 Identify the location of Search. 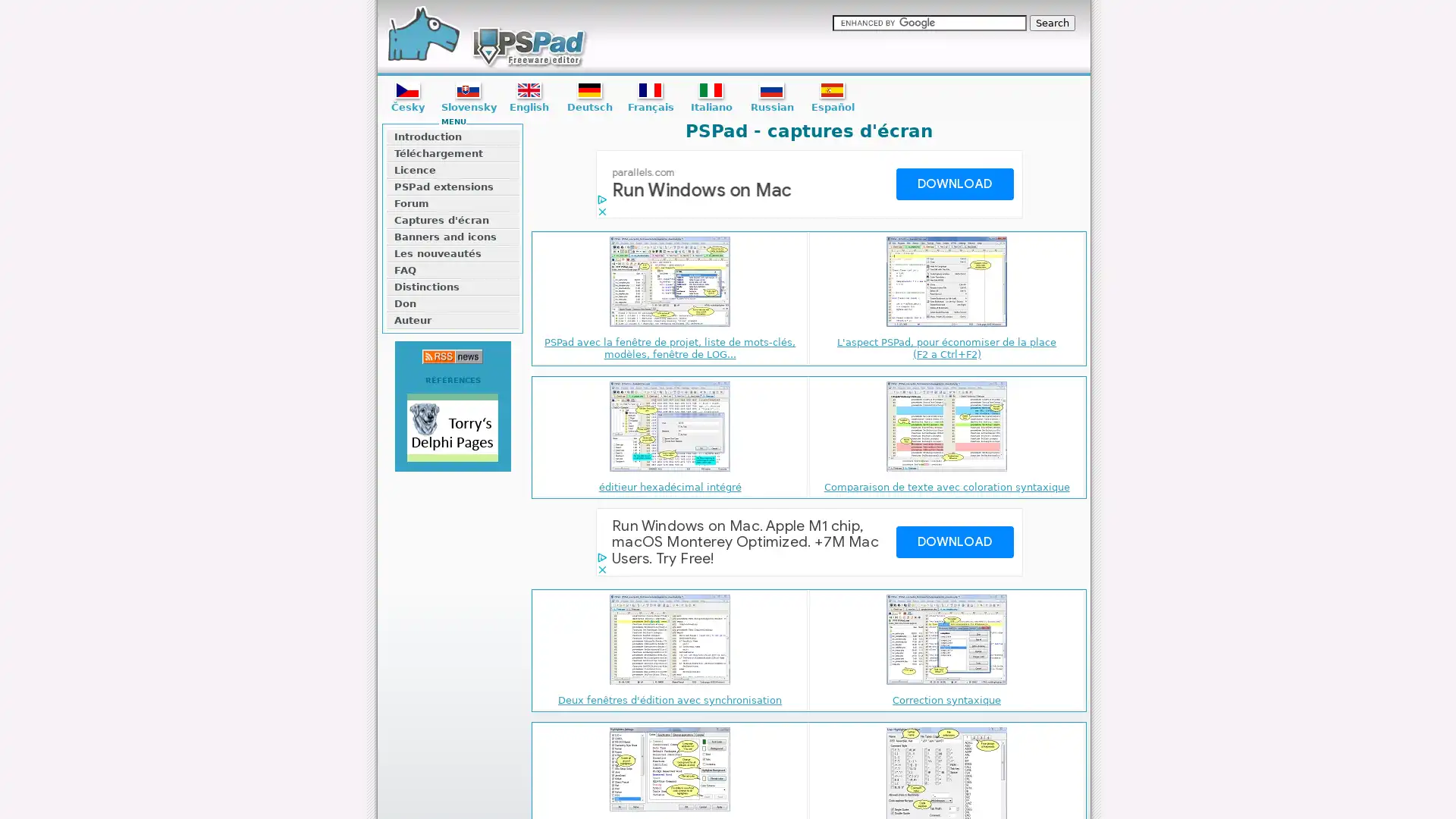
(1051, 23).